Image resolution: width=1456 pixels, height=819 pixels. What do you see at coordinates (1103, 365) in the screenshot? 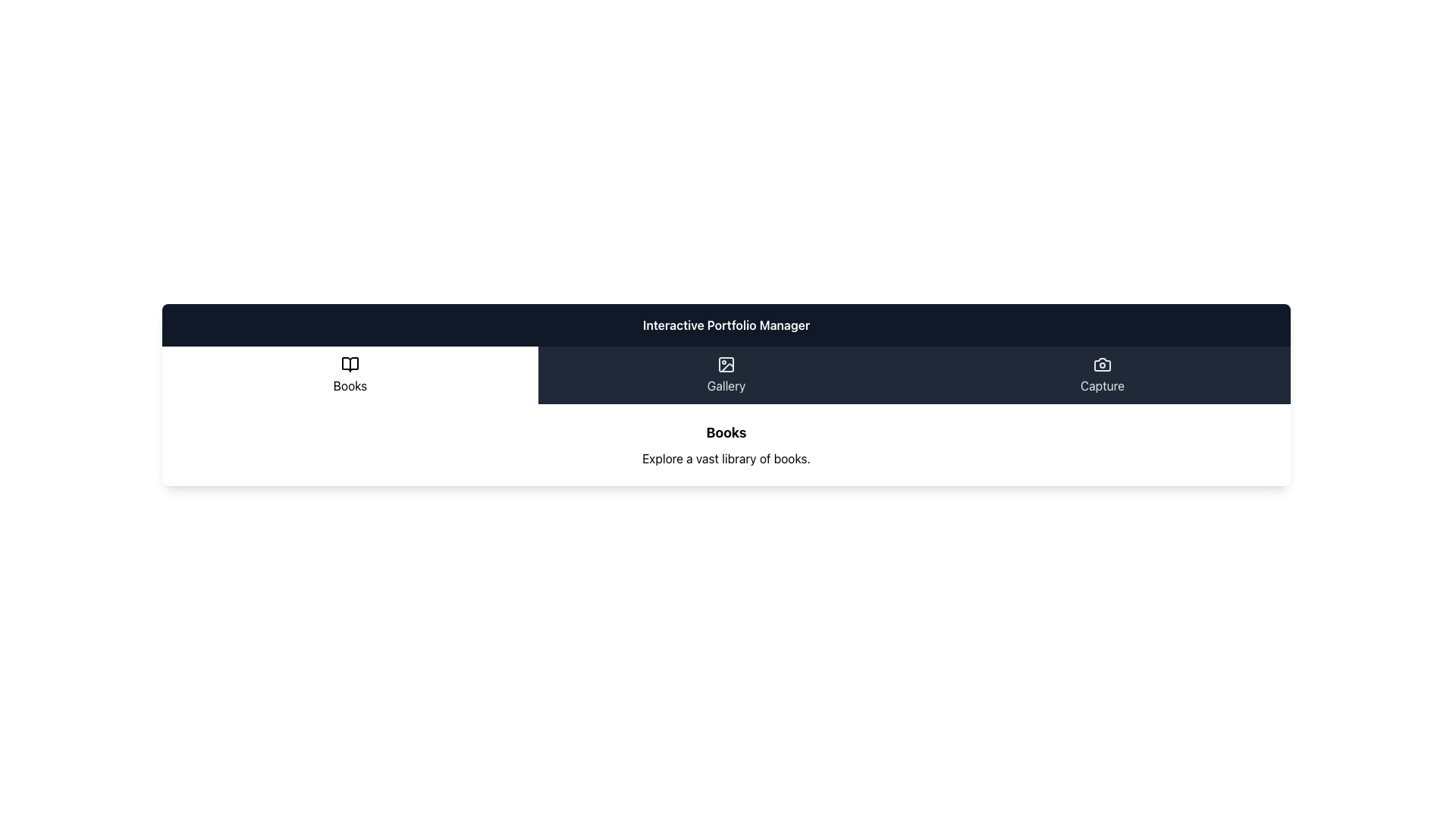
I see `the camera-related SVG Icon located in the top-right section of the layout, above the text 'Capture' and aligned with icons like 'Gallery' and 'Books'` at bounding box center [1103, 365].